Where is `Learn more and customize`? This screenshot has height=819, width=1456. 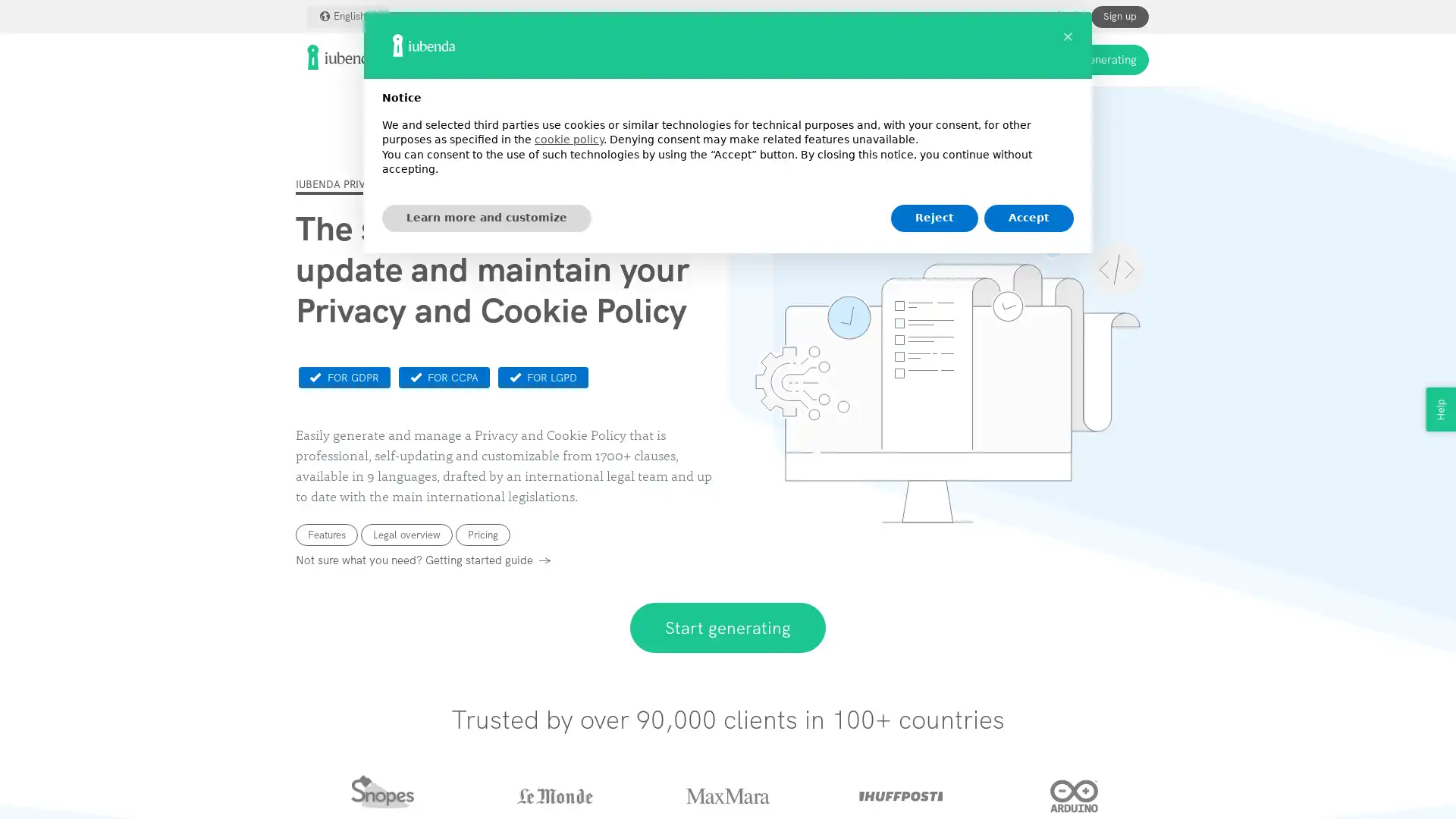
Learn more and customize is located at coordinates (487, 217).